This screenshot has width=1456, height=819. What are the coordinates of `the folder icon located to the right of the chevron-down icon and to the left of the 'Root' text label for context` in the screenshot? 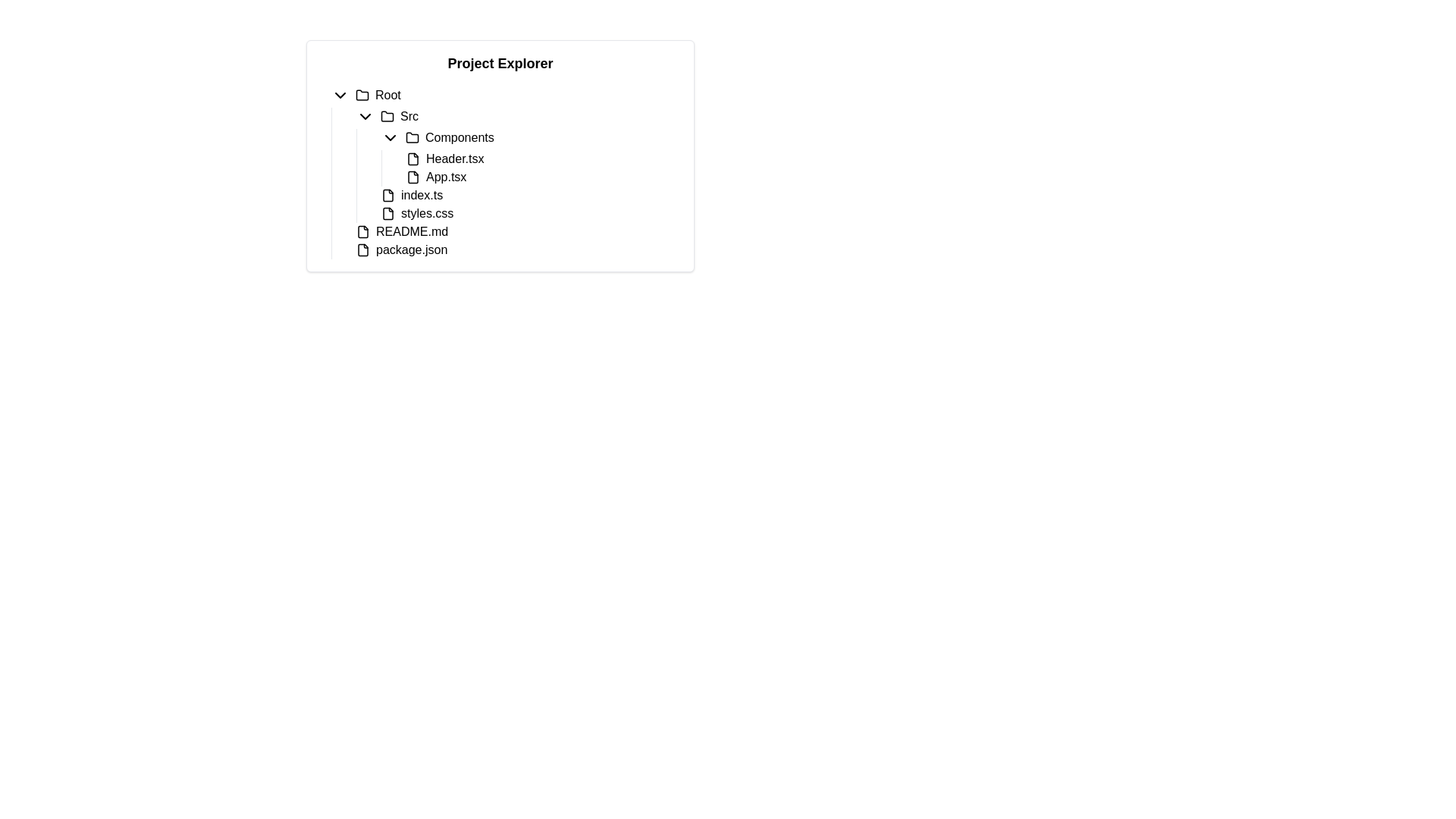 It's located at (362, 96).